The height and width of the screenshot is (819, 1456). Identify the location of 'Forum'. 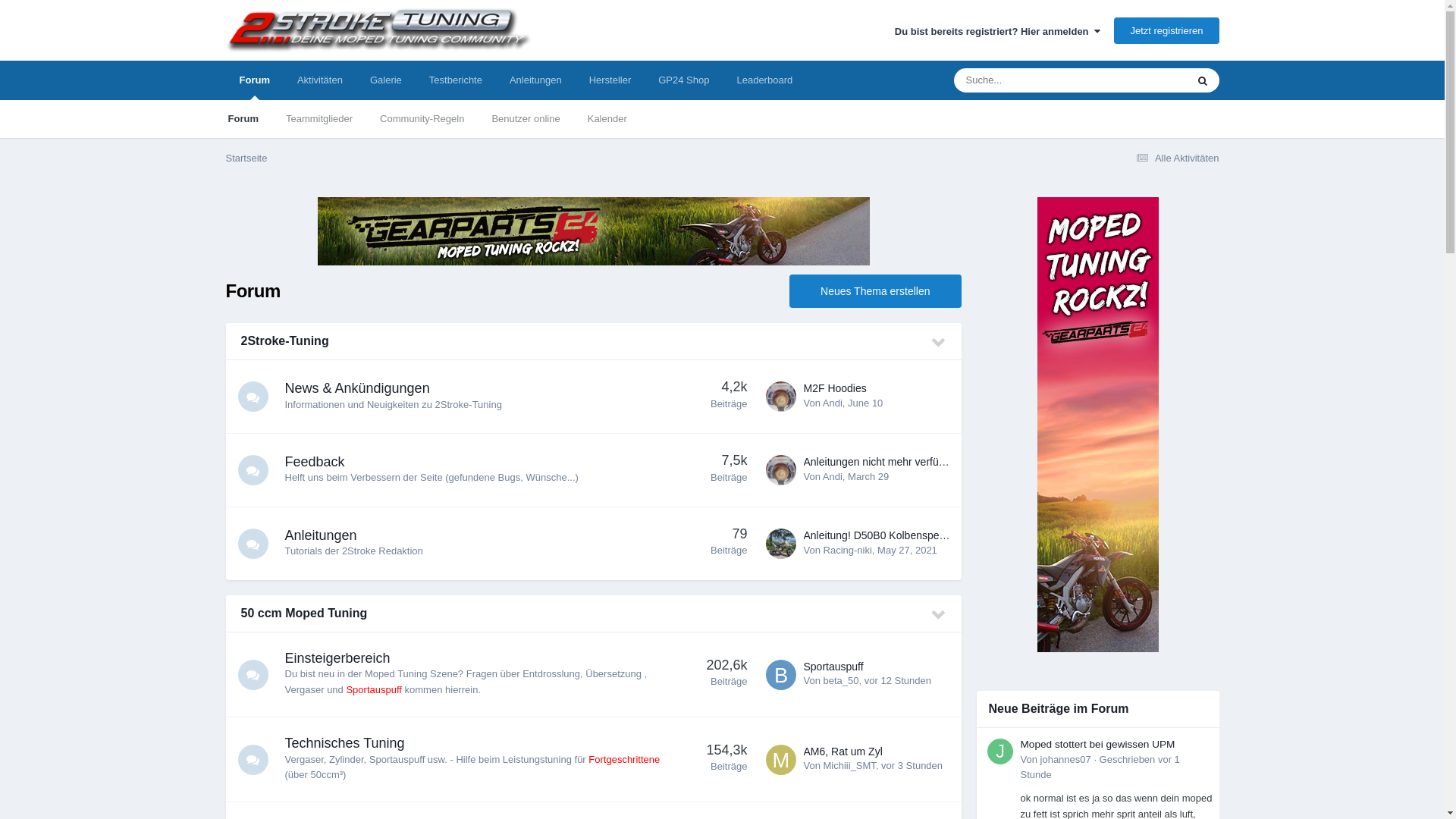
(255, 80).